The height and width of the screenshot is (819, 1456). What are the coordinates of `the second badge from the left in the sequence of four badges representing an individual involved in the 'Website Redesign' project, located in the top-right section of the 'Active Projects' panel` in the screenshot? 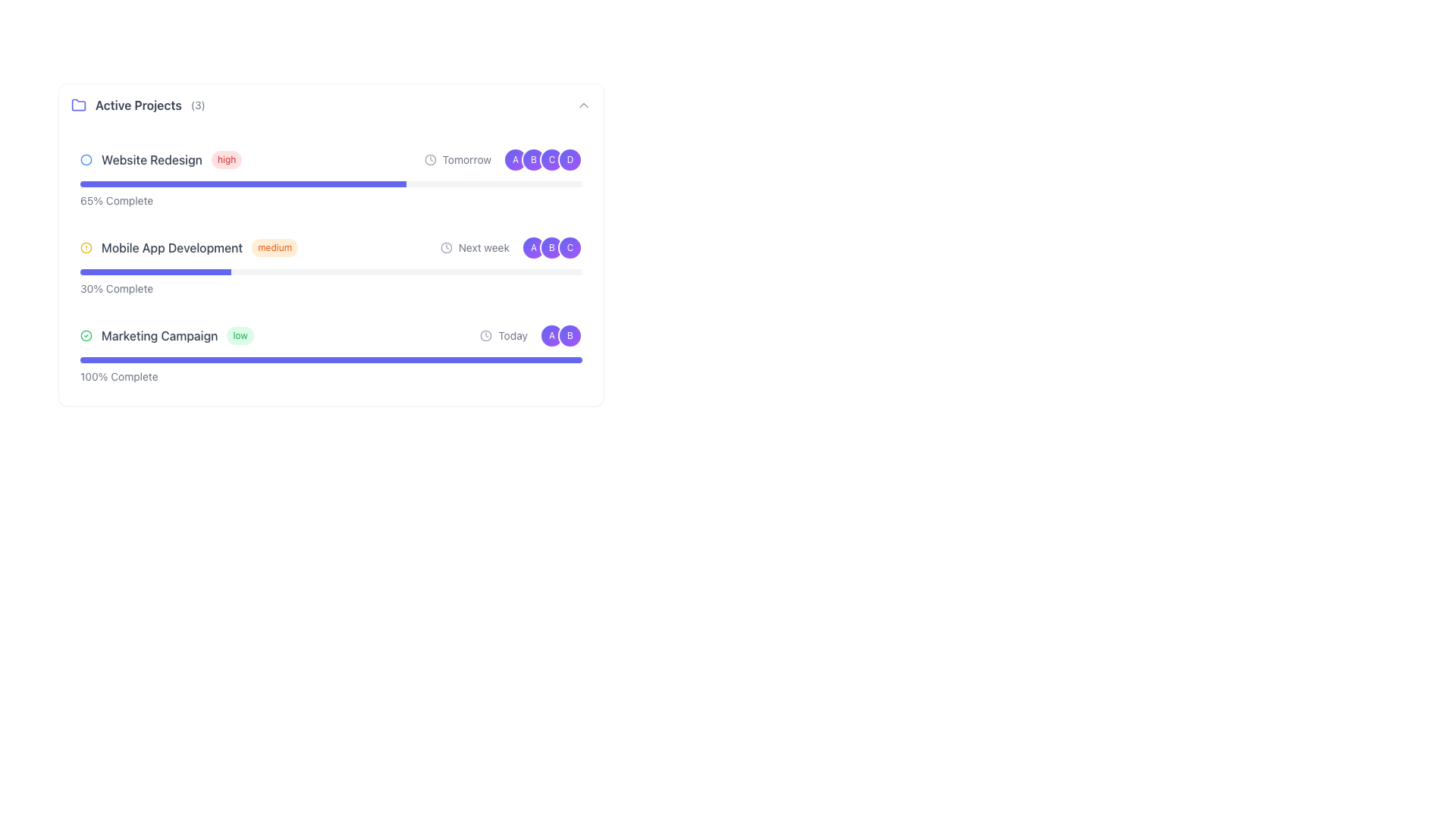 It's located at (534, 160).